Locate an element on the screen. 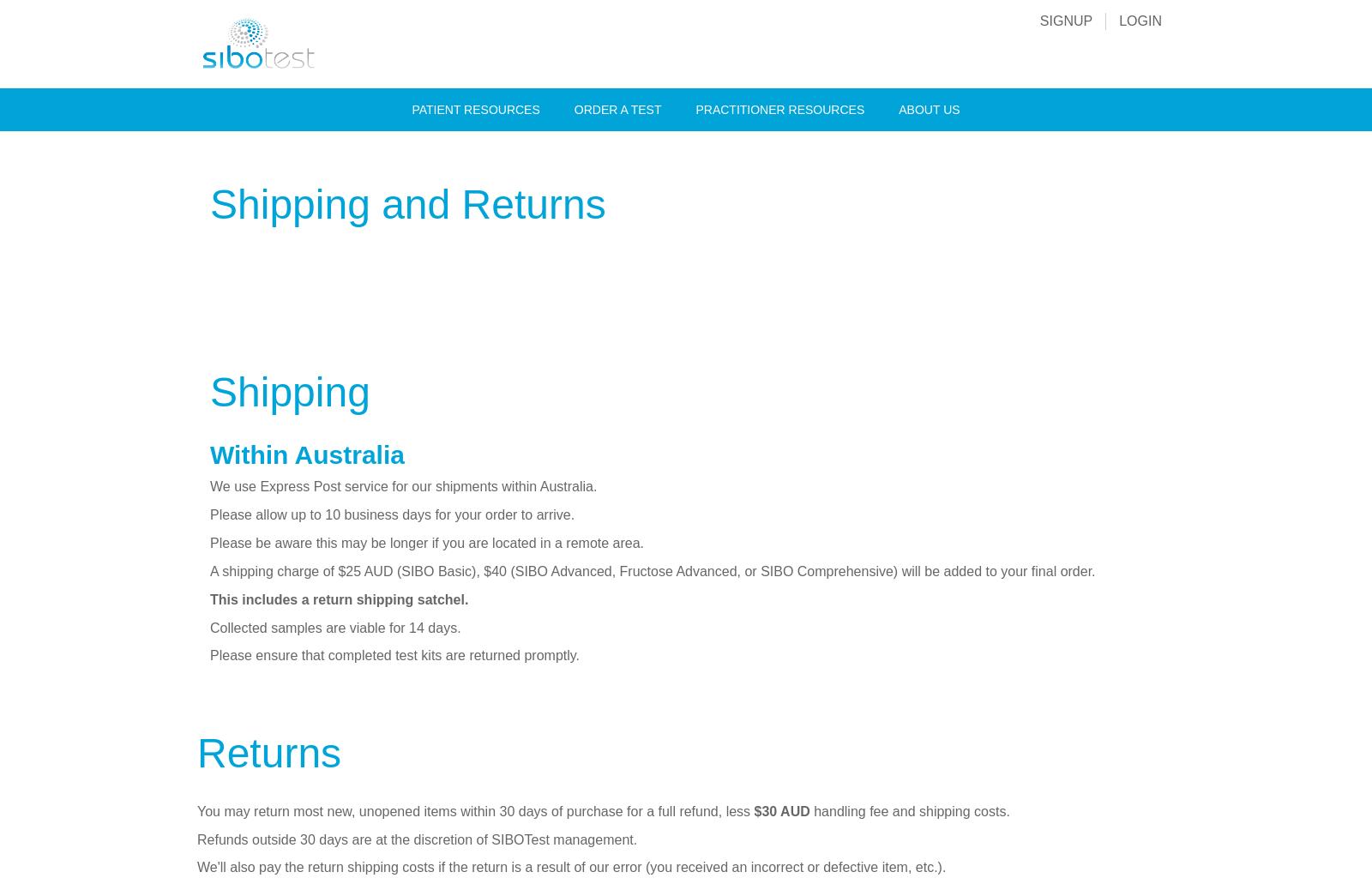 The height and width of the screenshot is (890, 1372). 'Refunds outside 30 days are at the discretion of SIBOTest management.' is located at coordinates (416, 839).